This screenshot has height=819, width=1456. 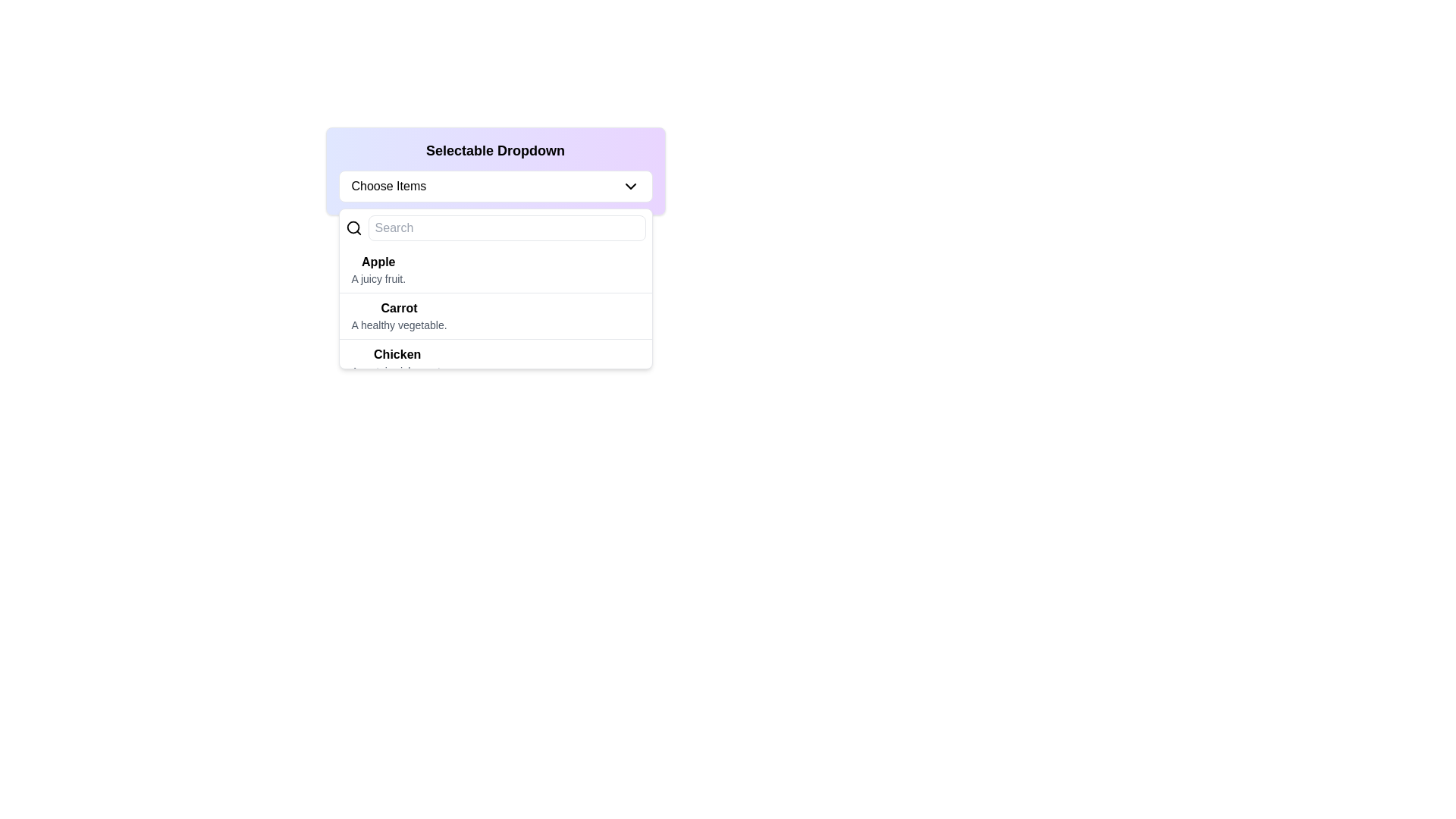 I want to click on the dropdown item labeled 'Apple' which includes the description 'A juicy fruit.', so click(x=495, y=269).